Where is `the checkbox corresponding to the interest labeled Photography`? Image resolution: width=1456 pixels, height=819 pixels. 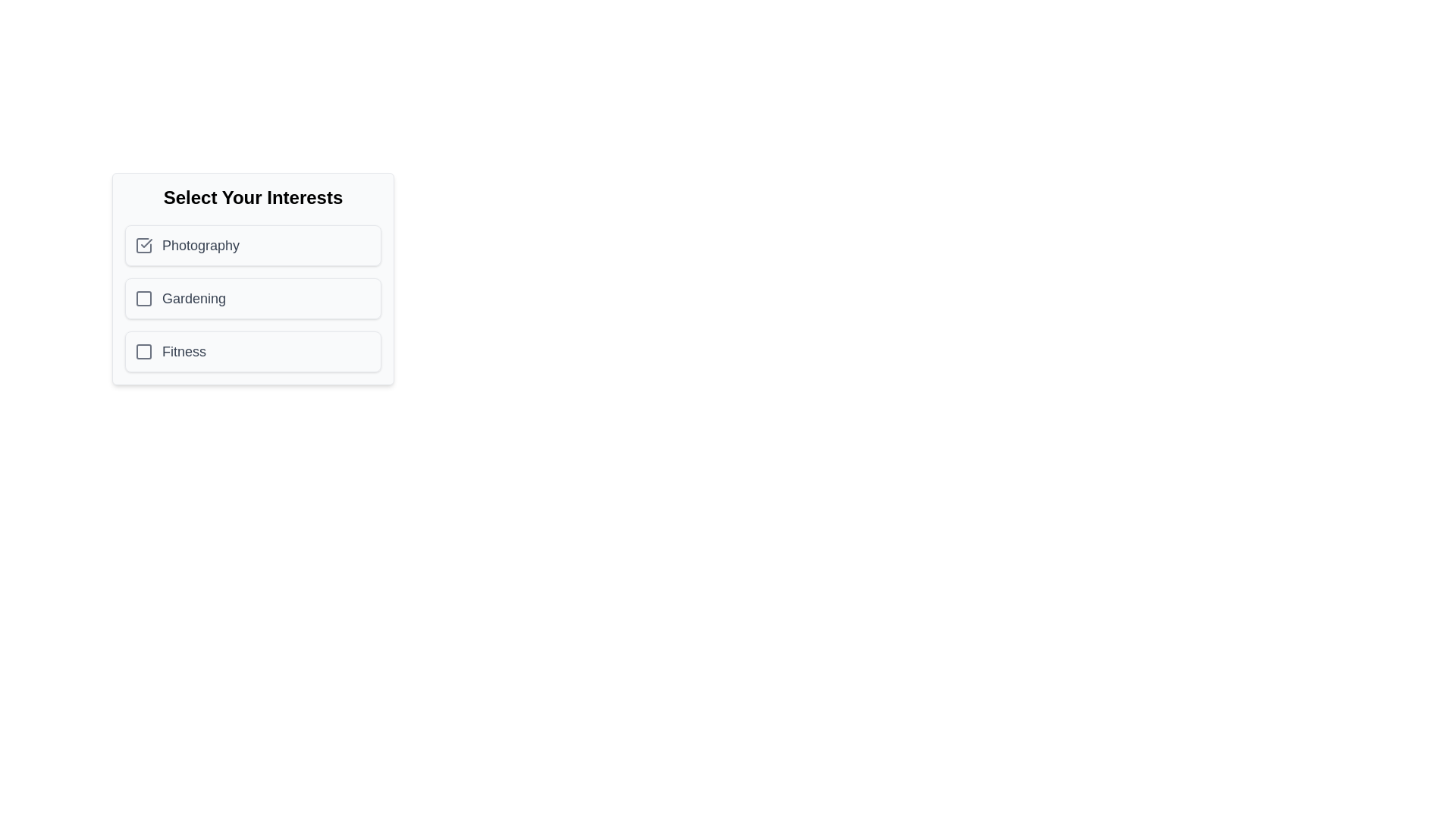 the checkbox corresponding to the interest labeled Photography is located at coordinates (144, 245).